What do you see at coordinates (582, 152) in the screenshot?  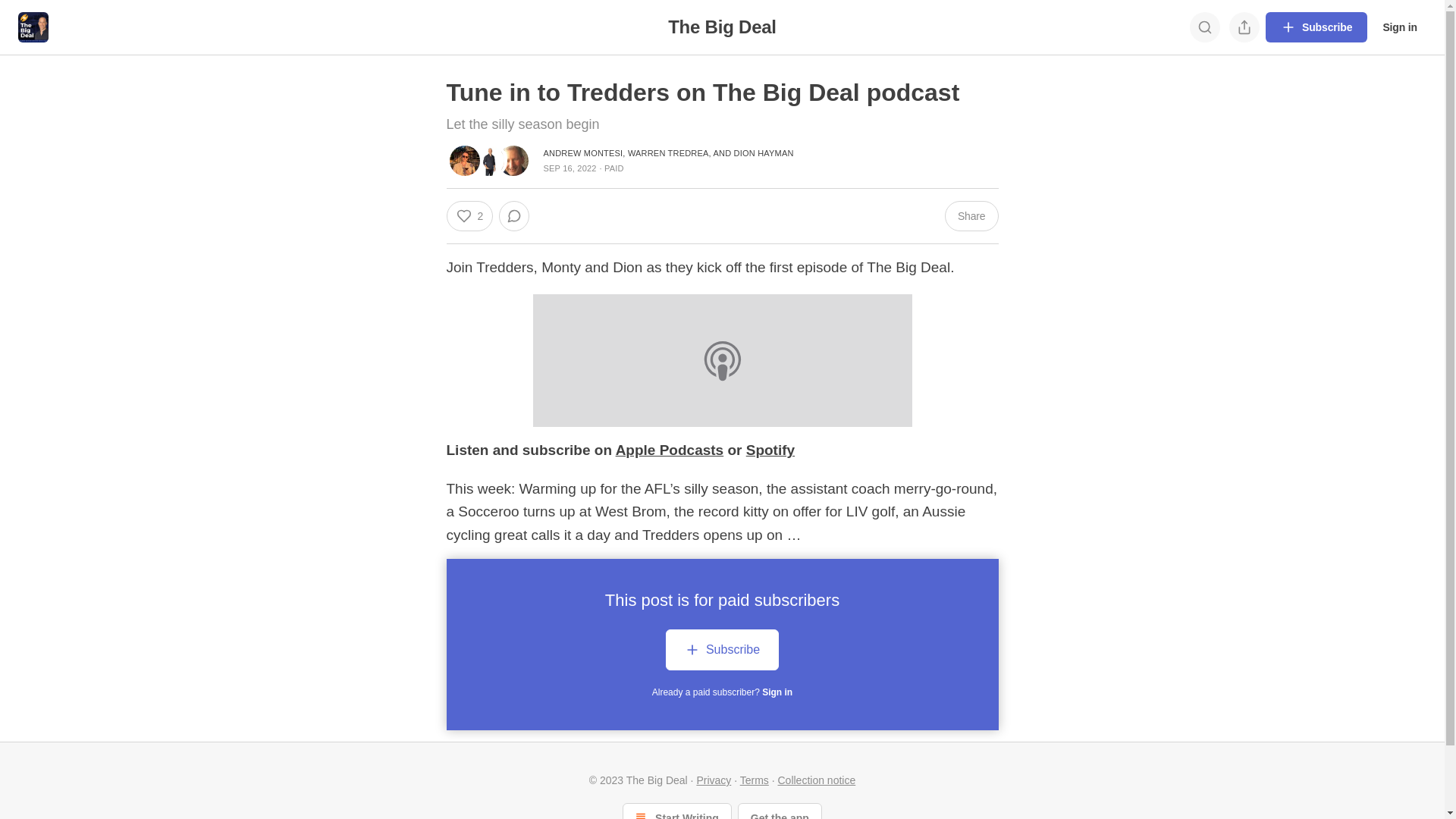 I see `'ANDREW MONTESI'` at bounding box center [582, 152].